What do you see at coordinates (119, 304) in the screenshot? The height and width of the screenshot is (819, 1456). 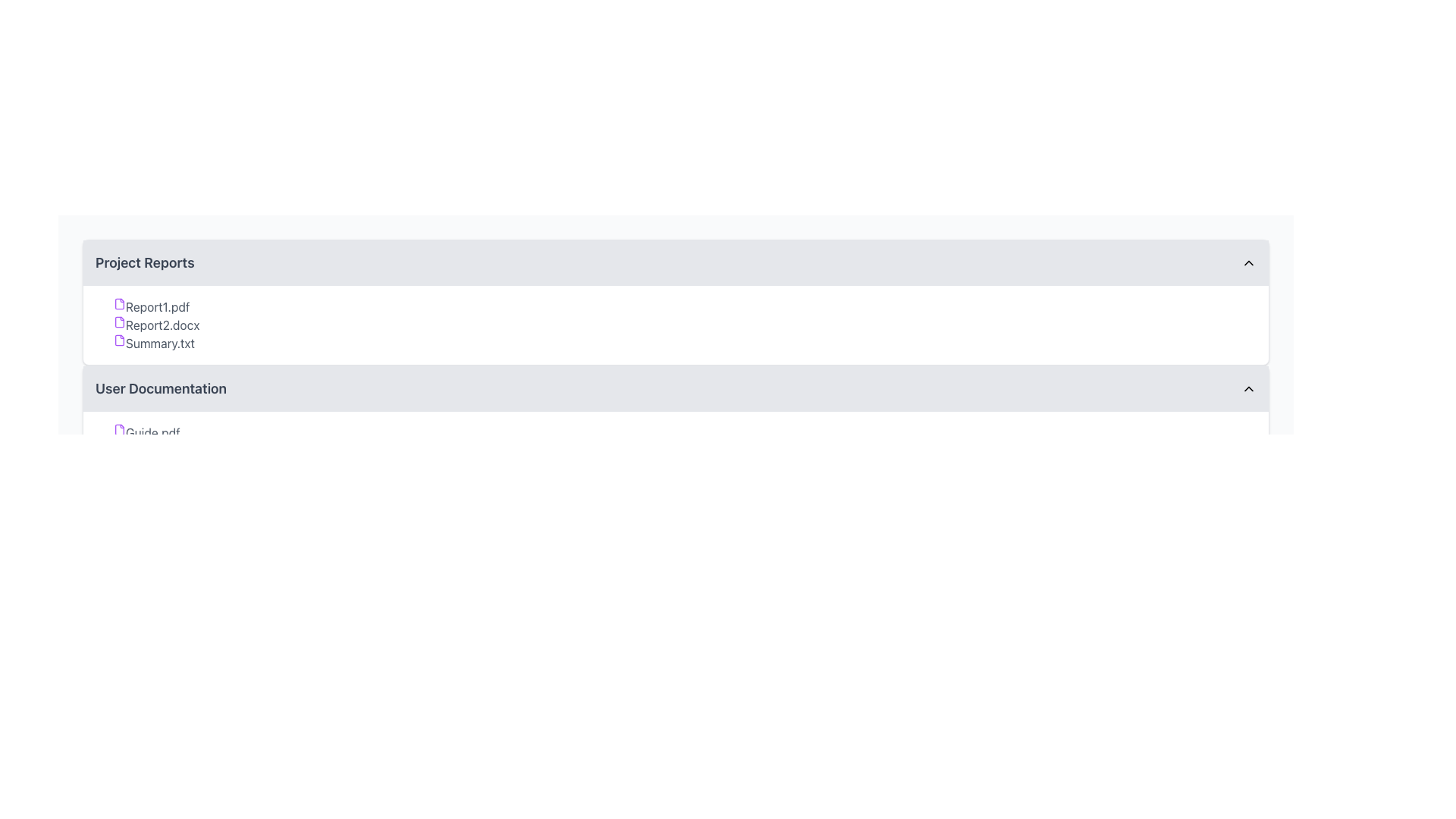 I see `the file icon representing 'Report1.pdf' located under the 'Project Reports' section` at bounding box center [119, 304].